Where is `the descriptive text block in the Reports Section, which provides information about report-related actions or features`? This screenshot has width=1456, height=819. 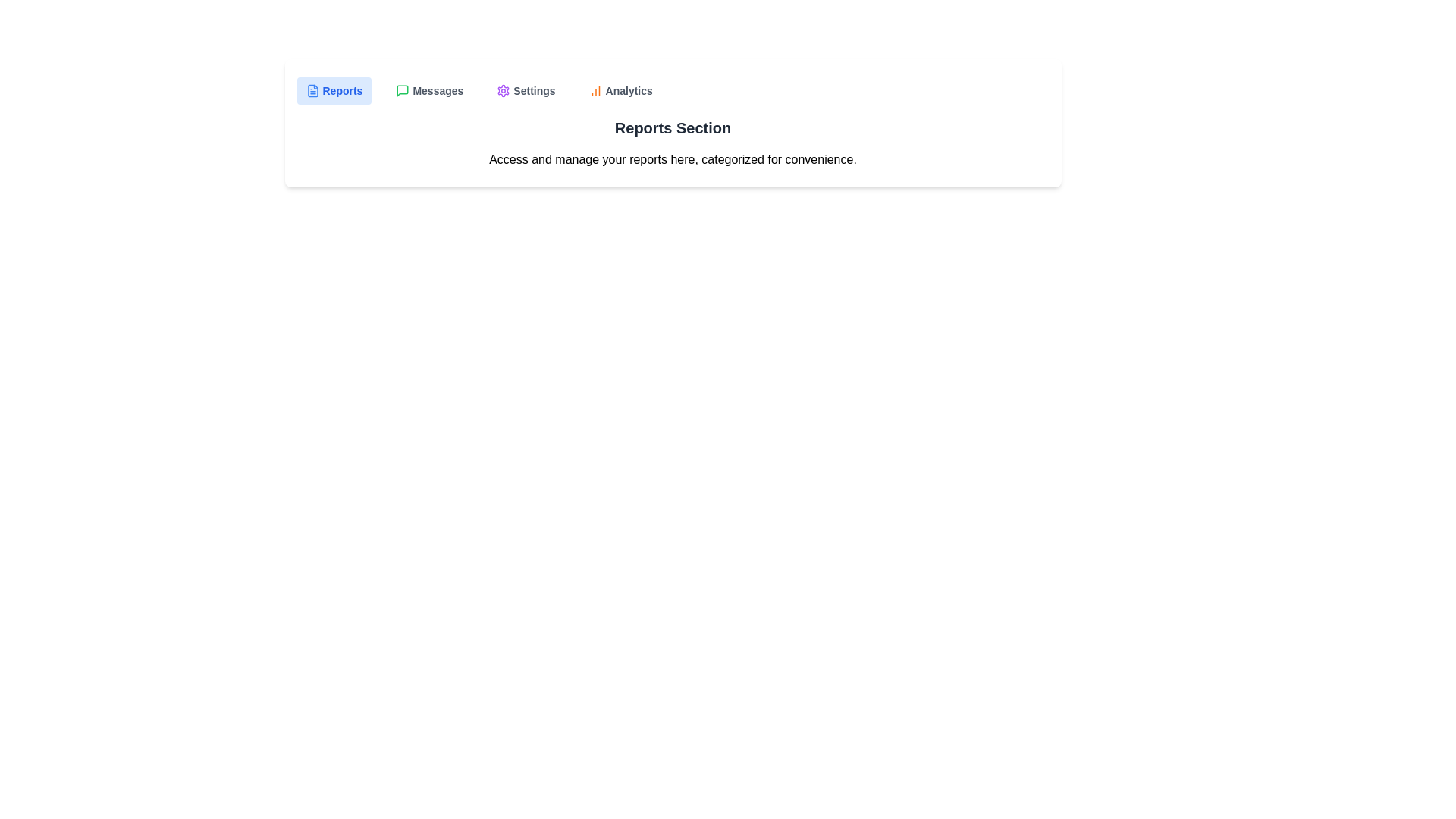 the descriptive text block in the Reports Section, which provides information about report-related actions or features is located at coordinates (672, 160).